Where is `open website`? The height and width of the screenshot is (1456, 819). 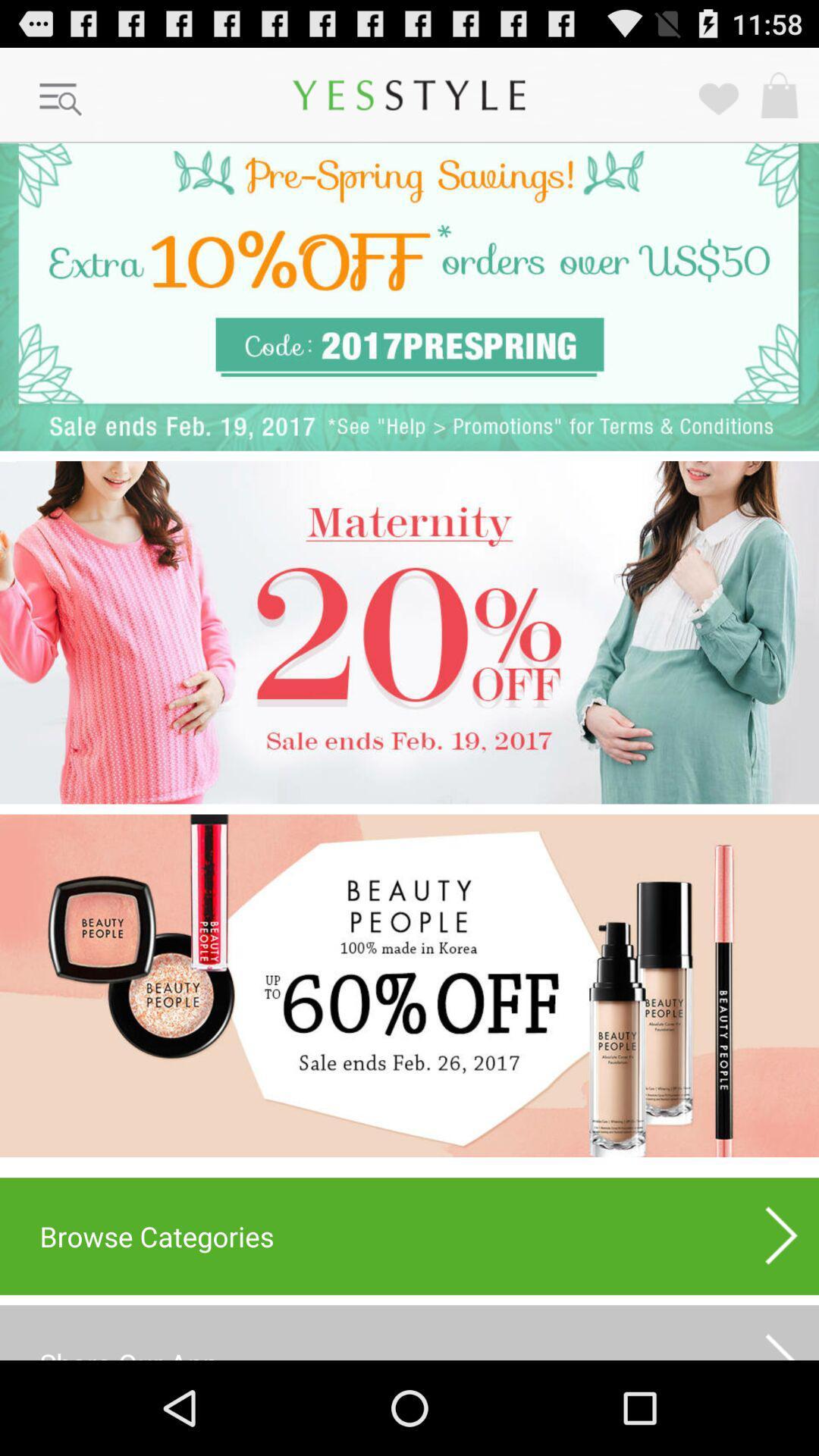 open website is located at coordinates (409, 986).